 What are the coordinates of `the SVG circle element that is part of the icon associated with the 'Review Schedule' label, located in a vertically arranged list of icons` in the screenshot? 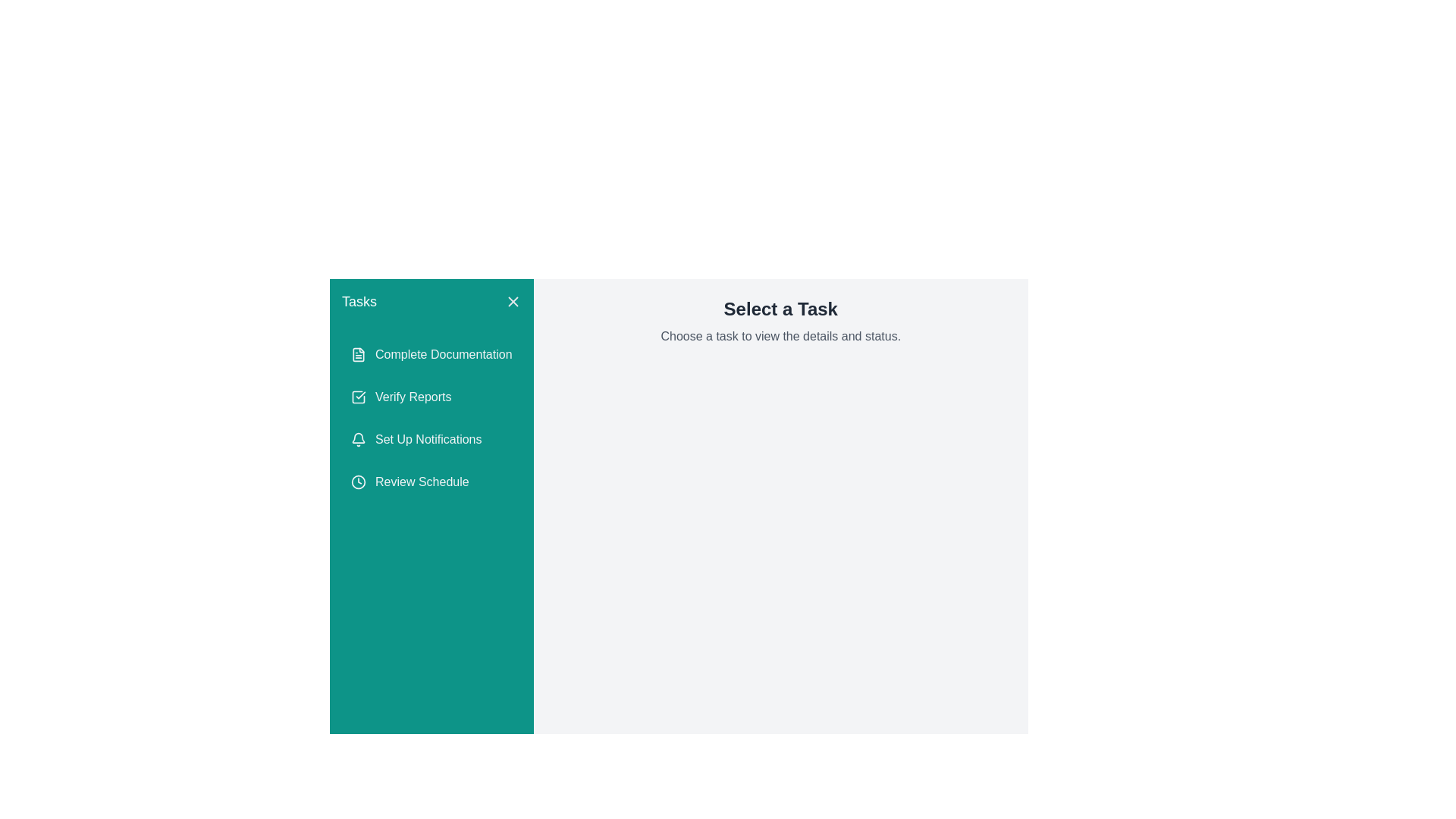 It's located at (358, 482).